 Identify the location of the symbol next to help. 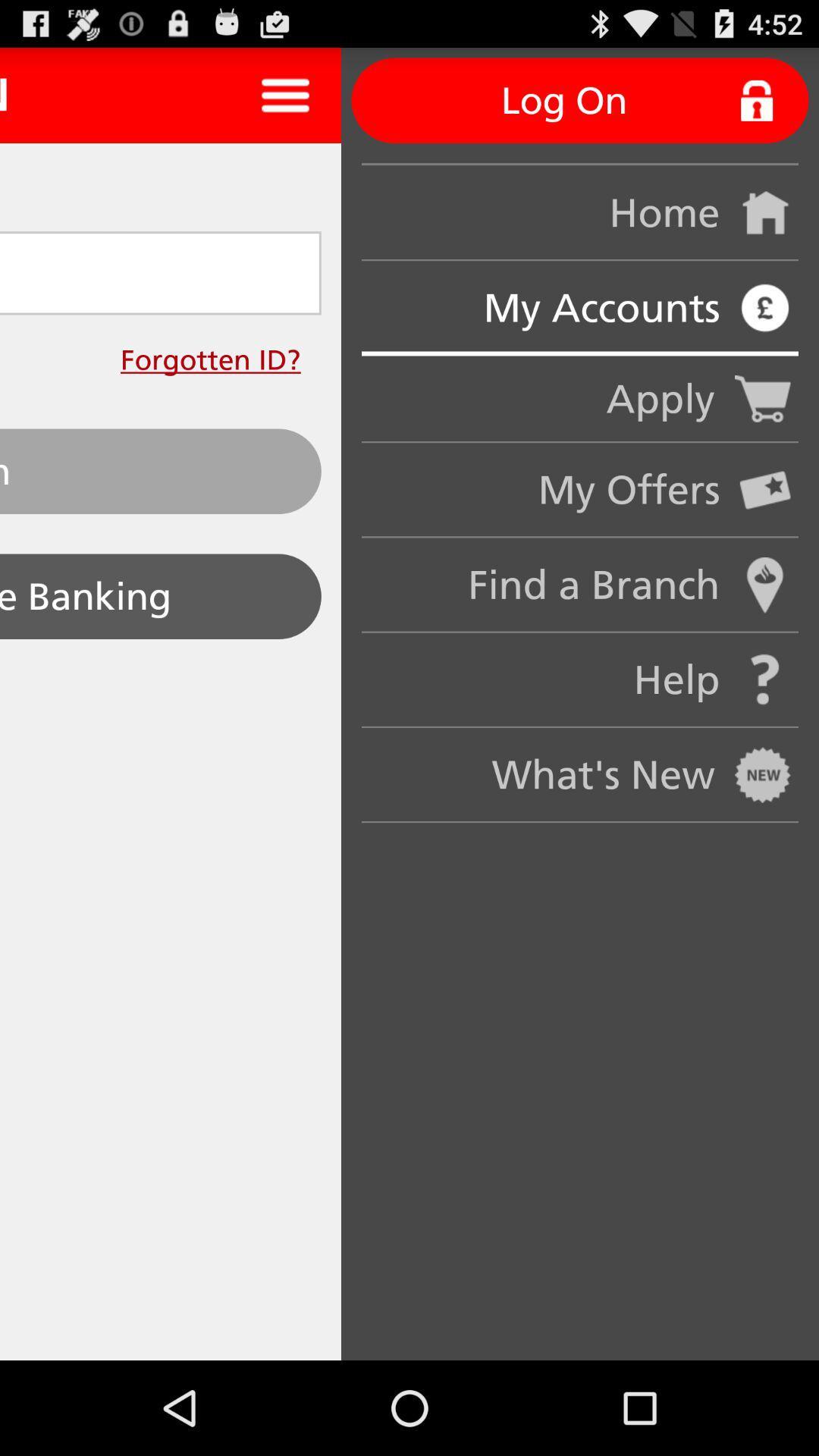
(765, 679).